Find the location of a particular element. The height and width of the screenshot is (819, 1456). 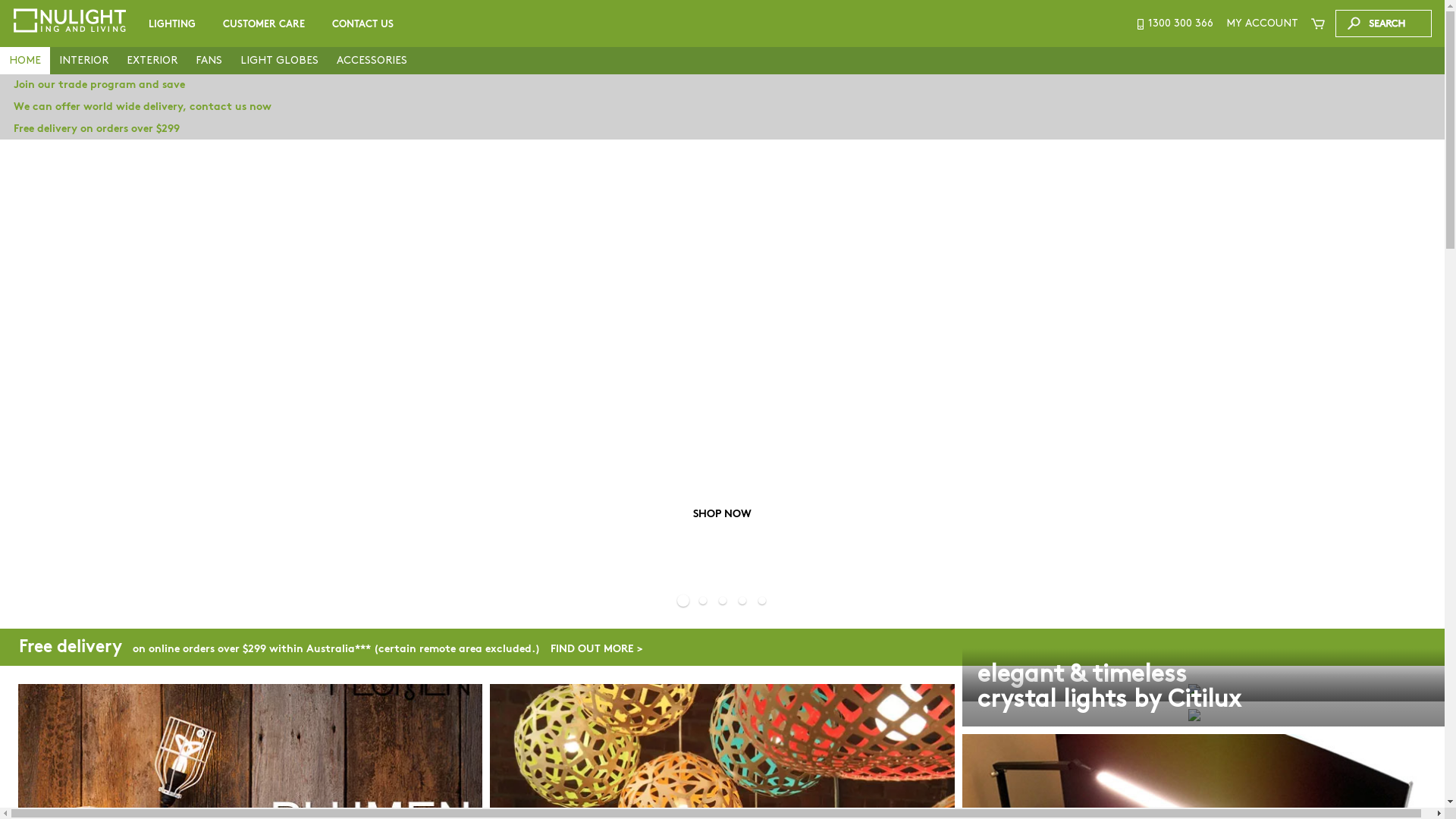

'LIGHTING' is located at coordinates (171, 24).